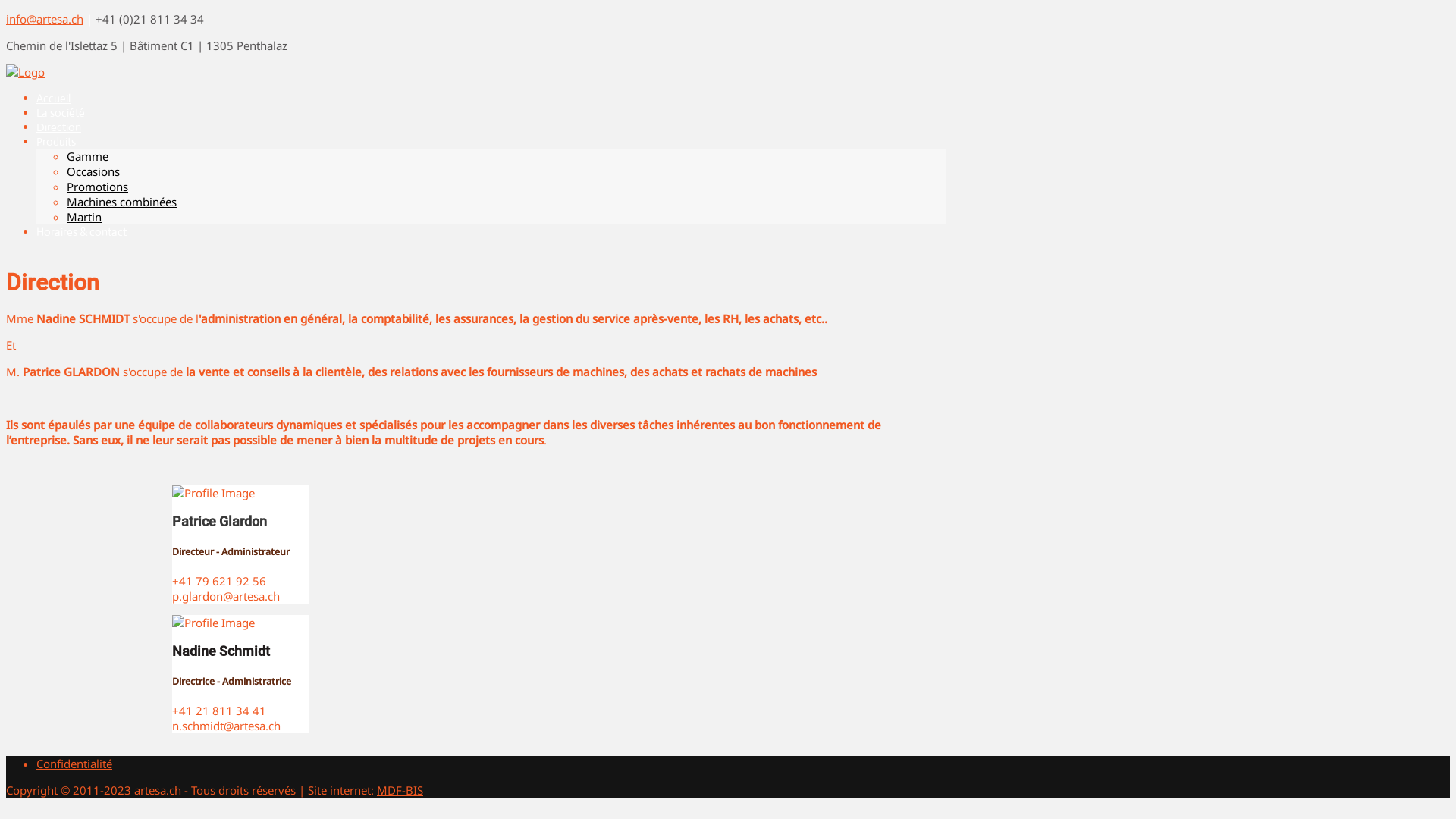 The height and width of the screenshot is (819, 1456). Describe the element at coordinates (400, 789) in the screenshot. I see `'MDF-BIS'` at that location.